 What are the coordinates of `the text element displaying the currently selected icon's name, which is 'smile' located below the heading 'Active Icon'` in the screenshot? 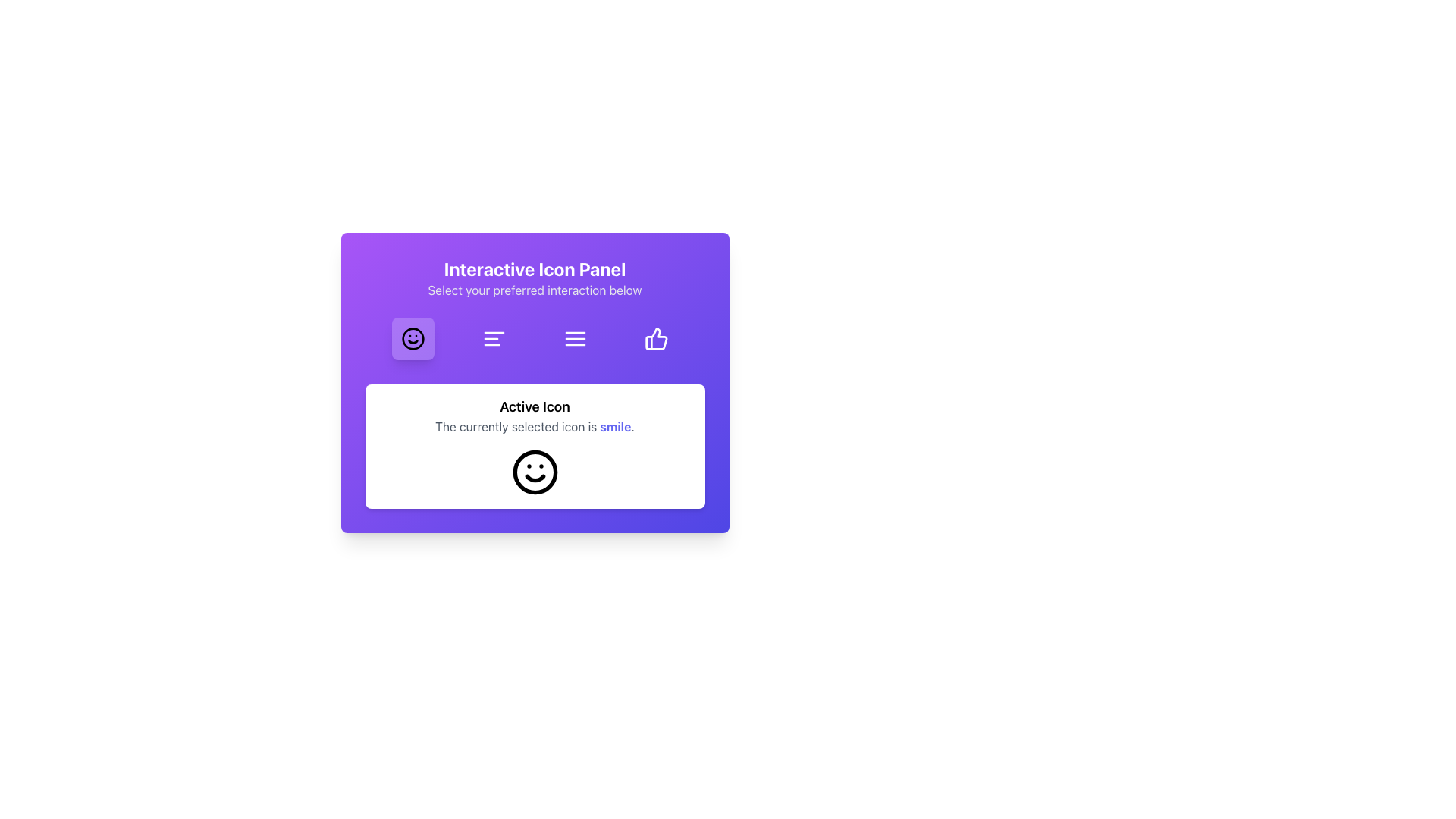 It's located at (613, 427).